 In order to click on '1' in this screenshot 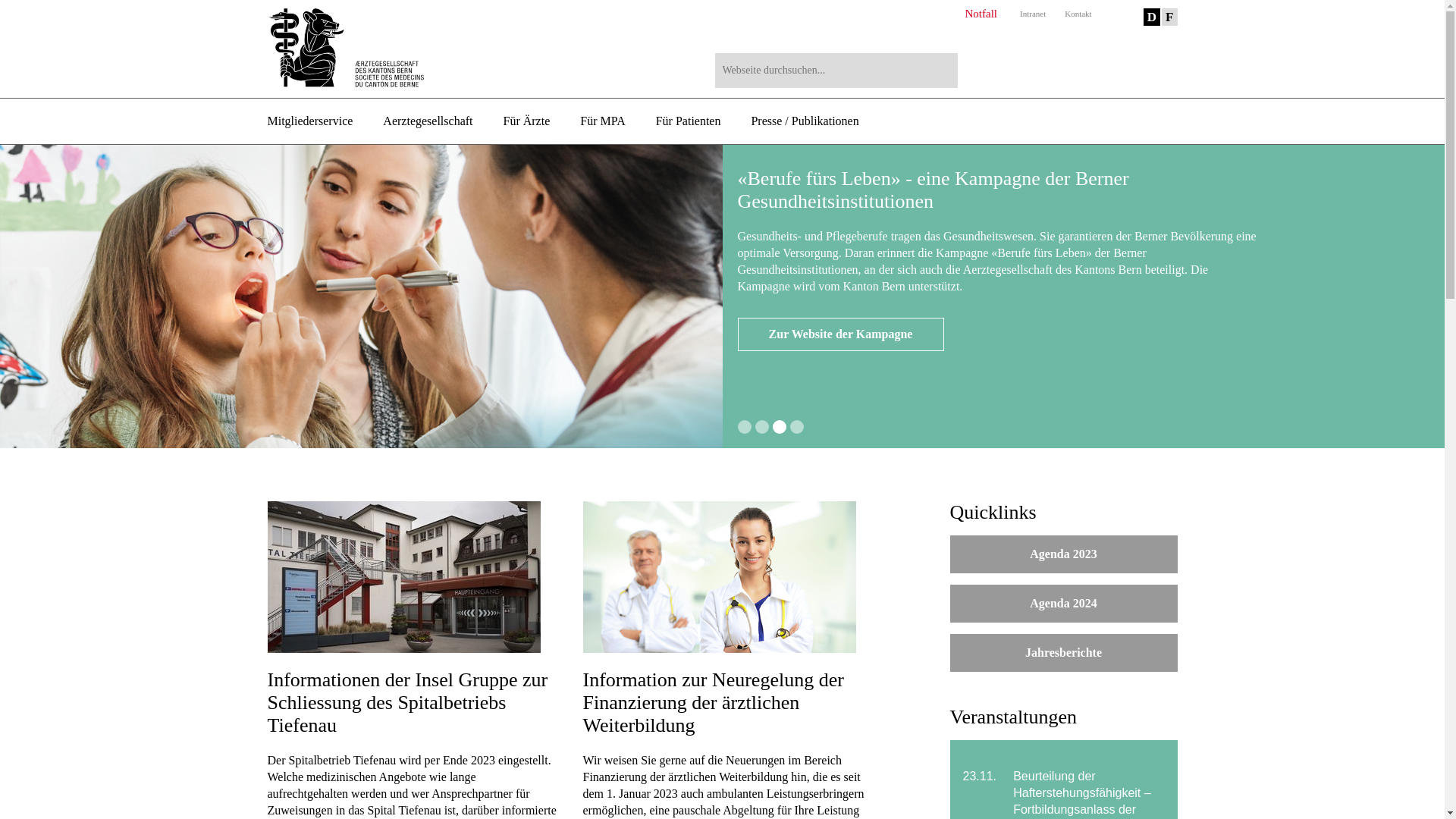, I will do `click(743, 427)`.